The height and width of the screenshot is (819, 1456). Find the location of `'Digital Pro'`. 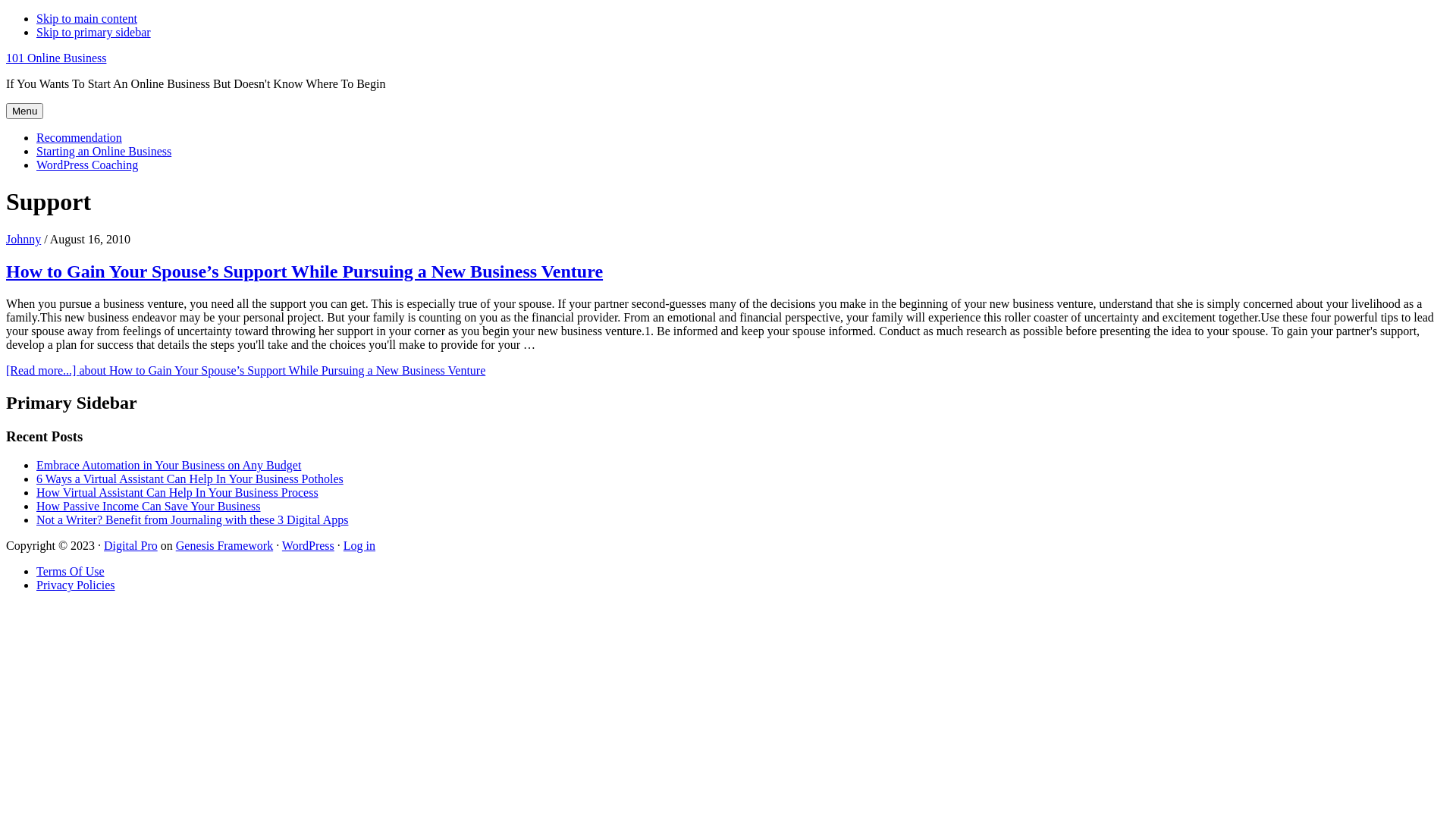

'Digital Pro' is located at coordinates (130, 544).